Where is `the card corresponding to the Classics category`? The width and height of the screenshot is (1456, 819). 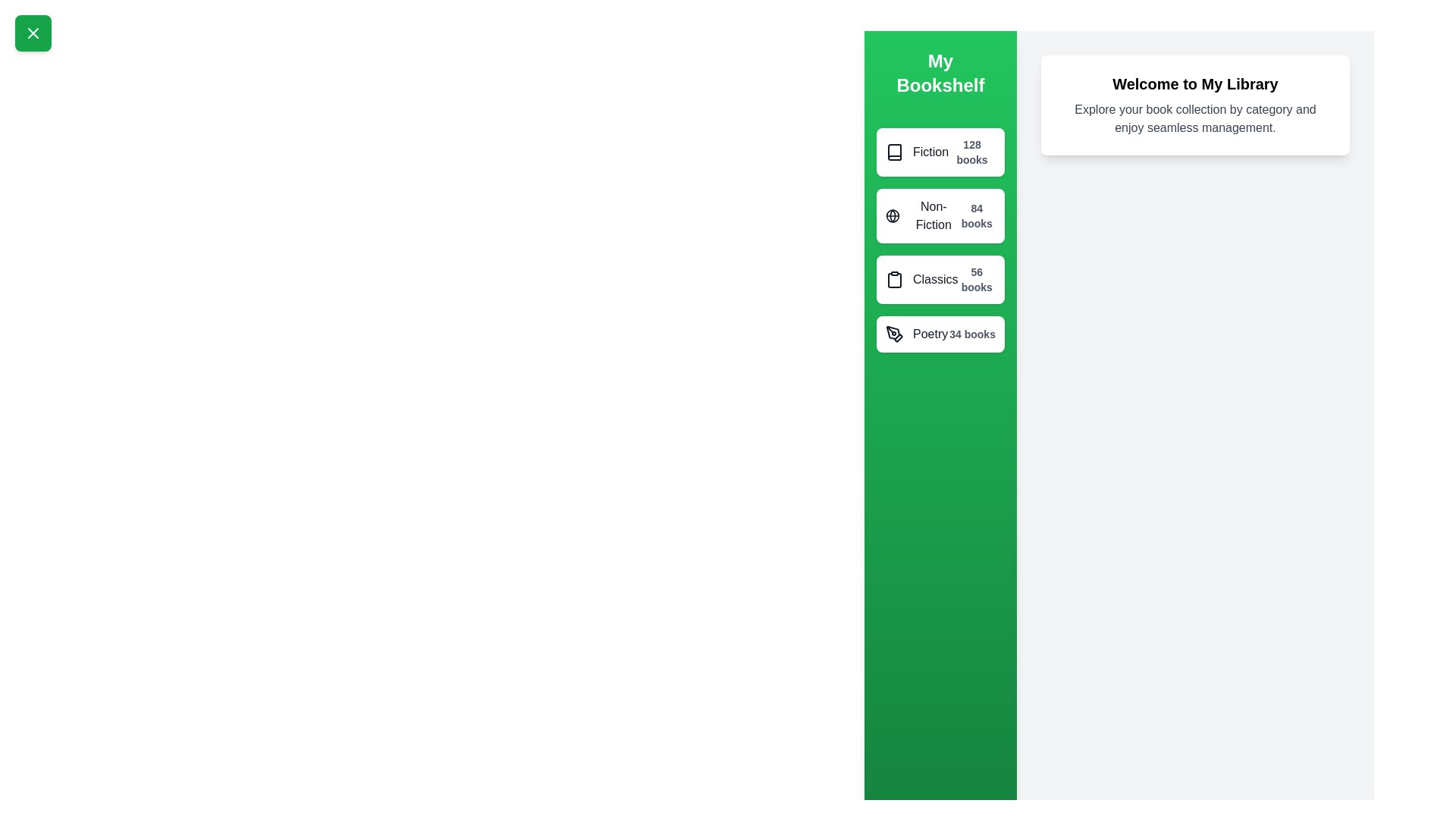 the card corresponding to the Classics category is located at coordinates (939, 280).